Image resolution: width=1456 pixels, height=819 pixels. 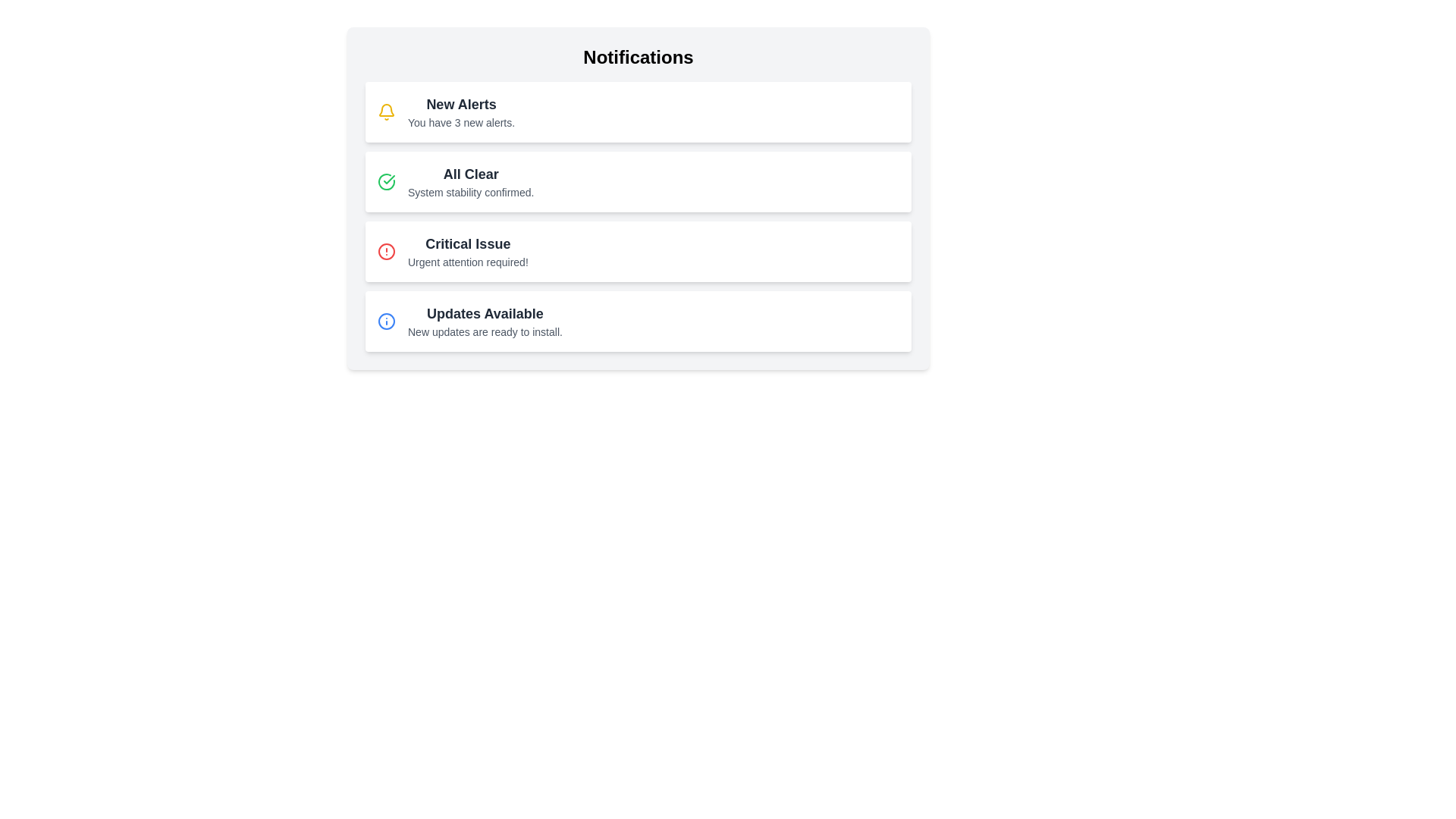 I want to click on the first notification item in the top-left section of the notification interface that displays a summary of new alerts, so click(x=460, y=111).